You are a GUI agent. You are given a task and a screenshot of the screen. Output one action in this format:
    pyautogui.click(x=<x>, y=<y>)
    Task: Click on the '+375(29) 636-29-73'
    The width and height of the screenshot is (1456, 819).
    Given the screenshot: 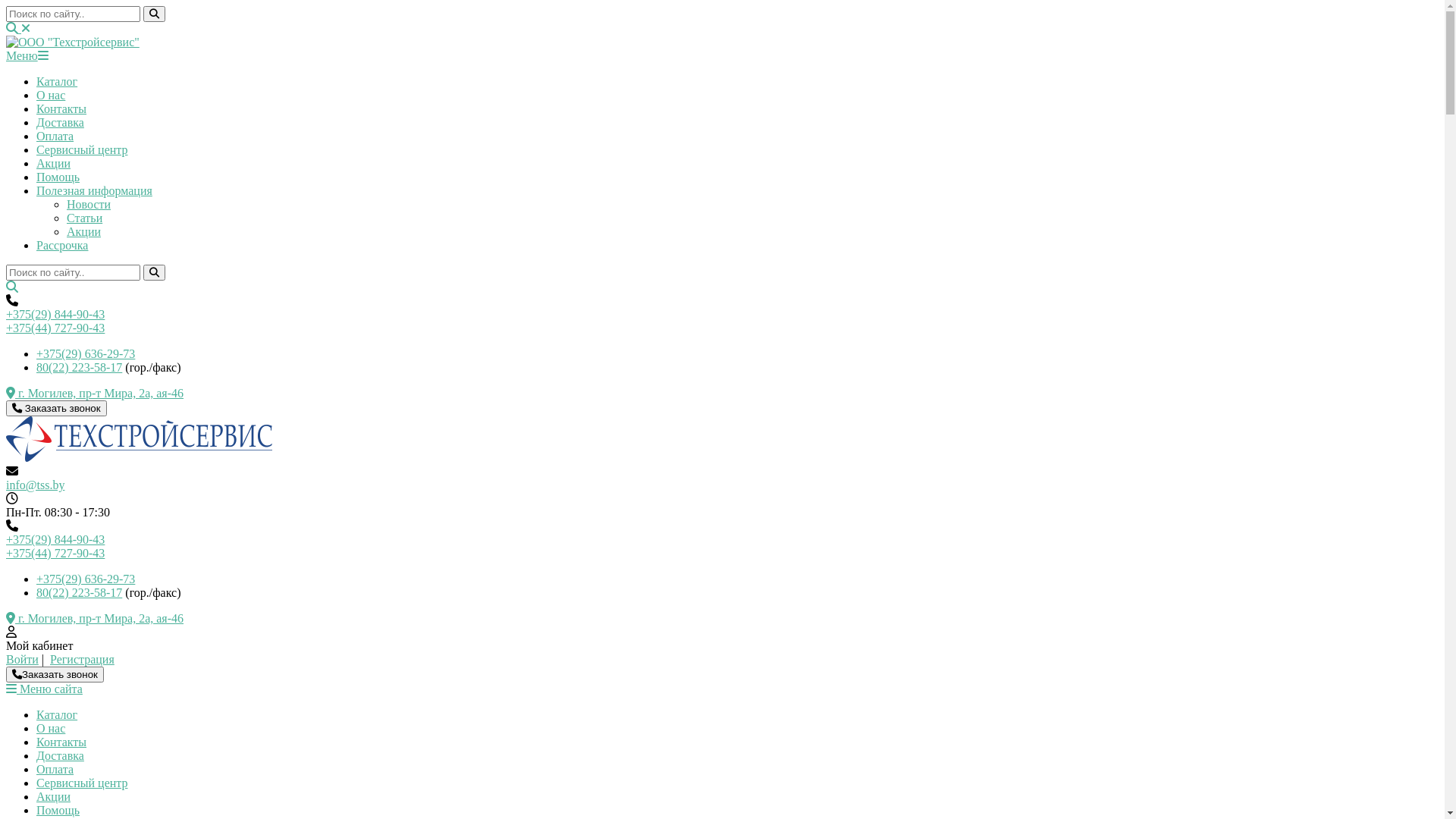 What is the action you would take?
    pyautogui.click(x=36, y=353)
    